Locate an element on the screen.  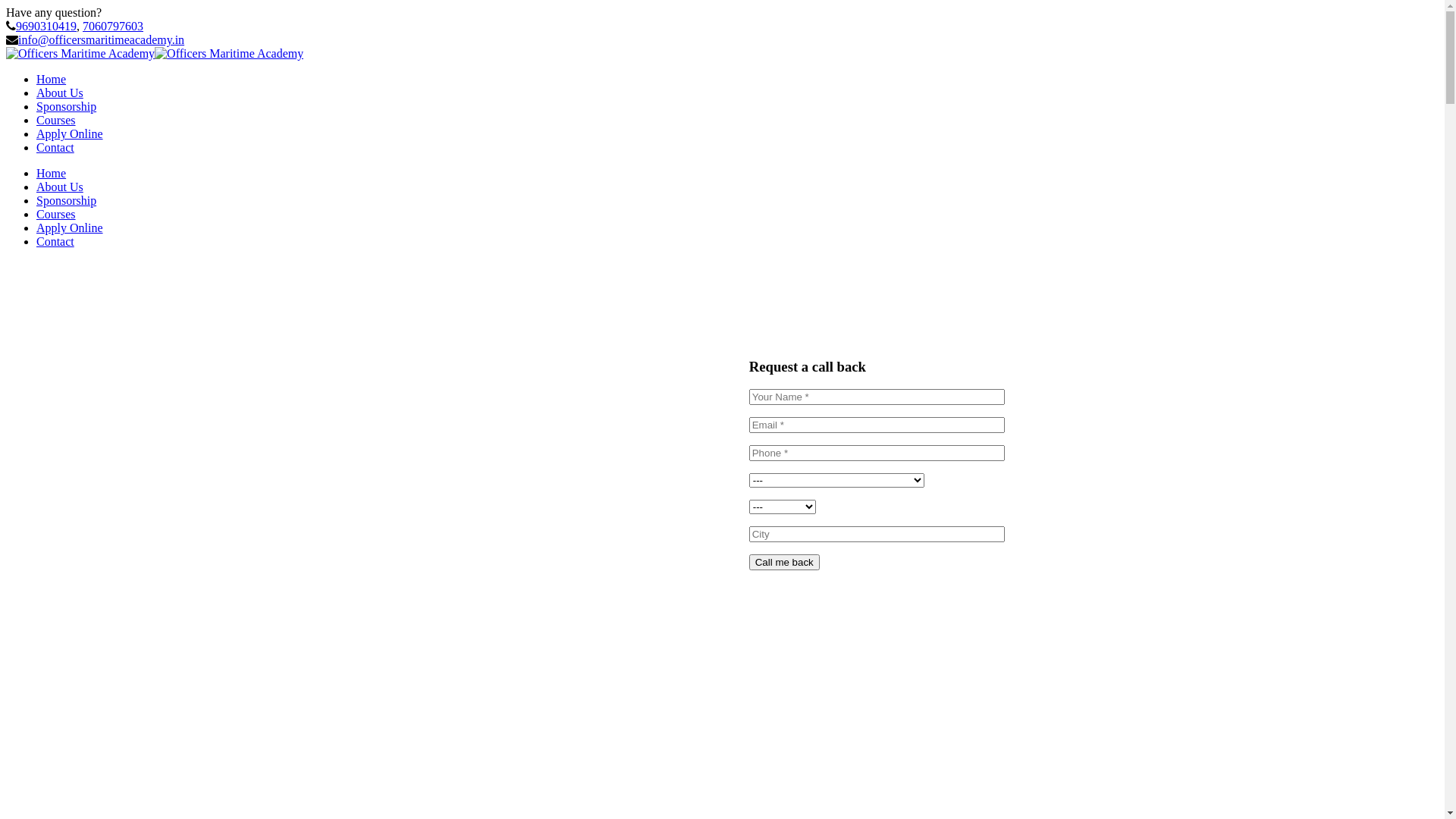
'Courses' is located at coordinates (55, 214).